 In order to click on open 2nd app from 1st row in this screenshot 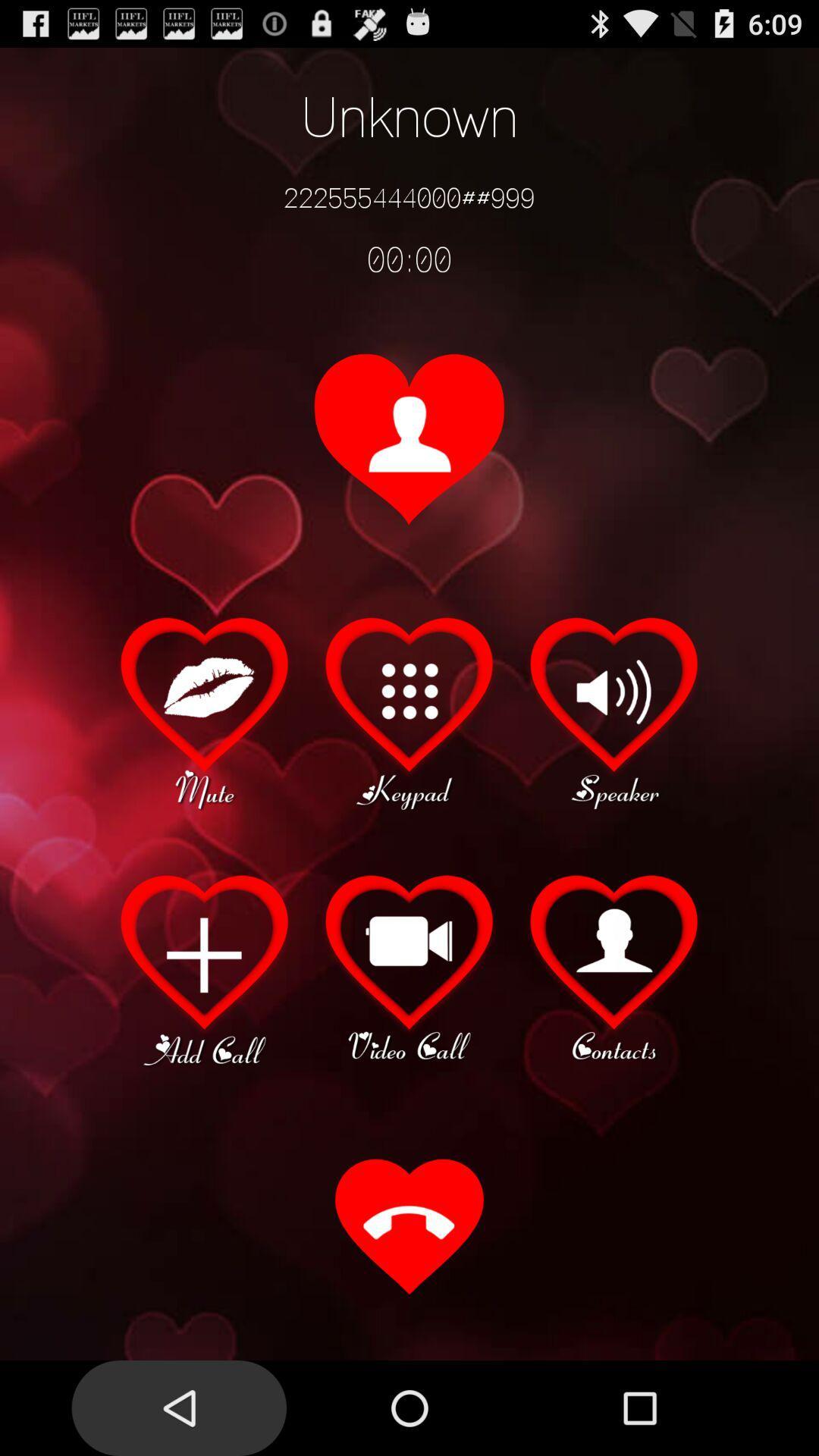, I will do `click(409, 710)`.